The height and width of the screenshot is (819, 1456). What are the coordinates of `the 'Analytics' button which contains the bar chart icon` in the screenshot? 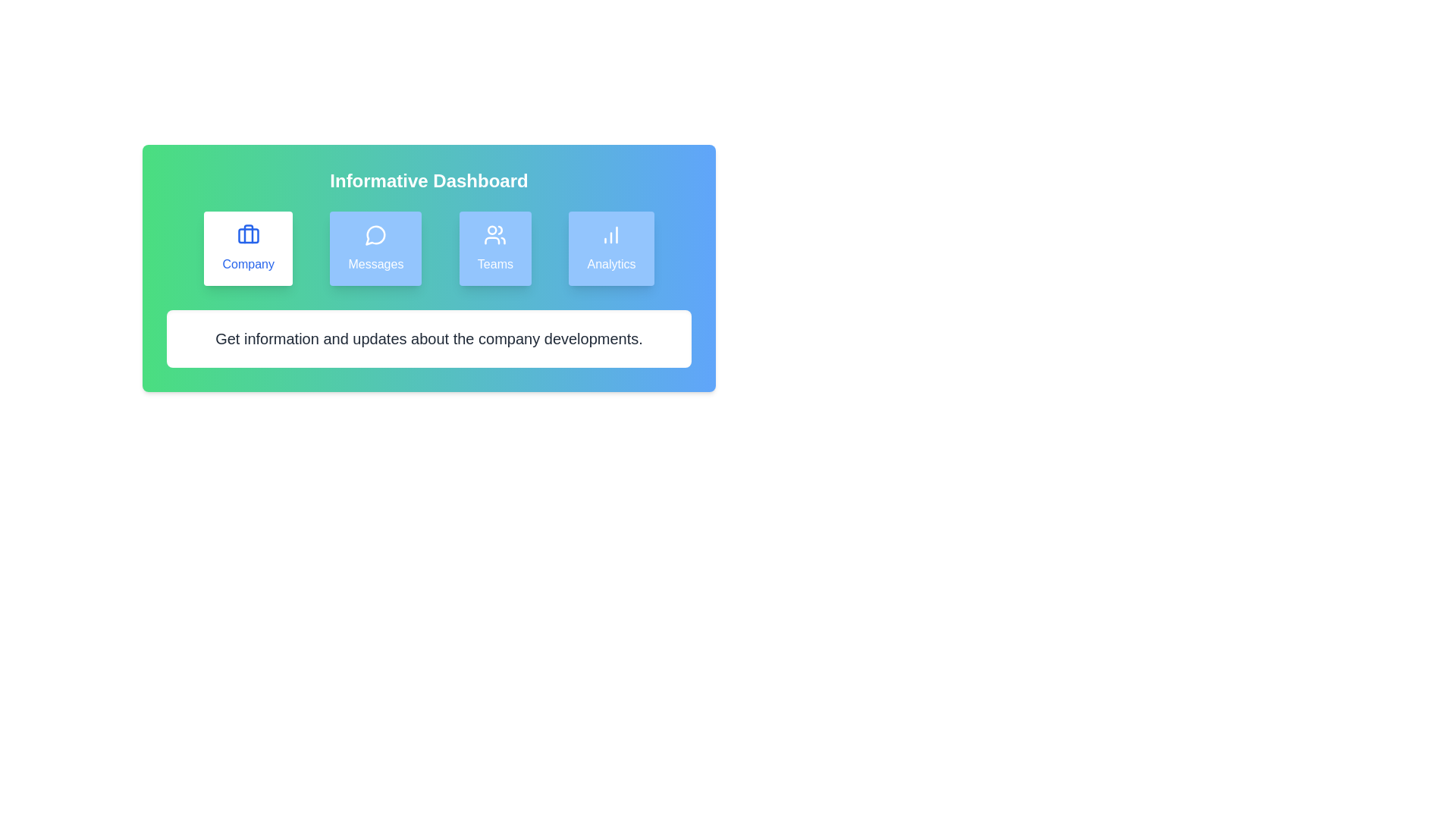 It's located at (611, 234).